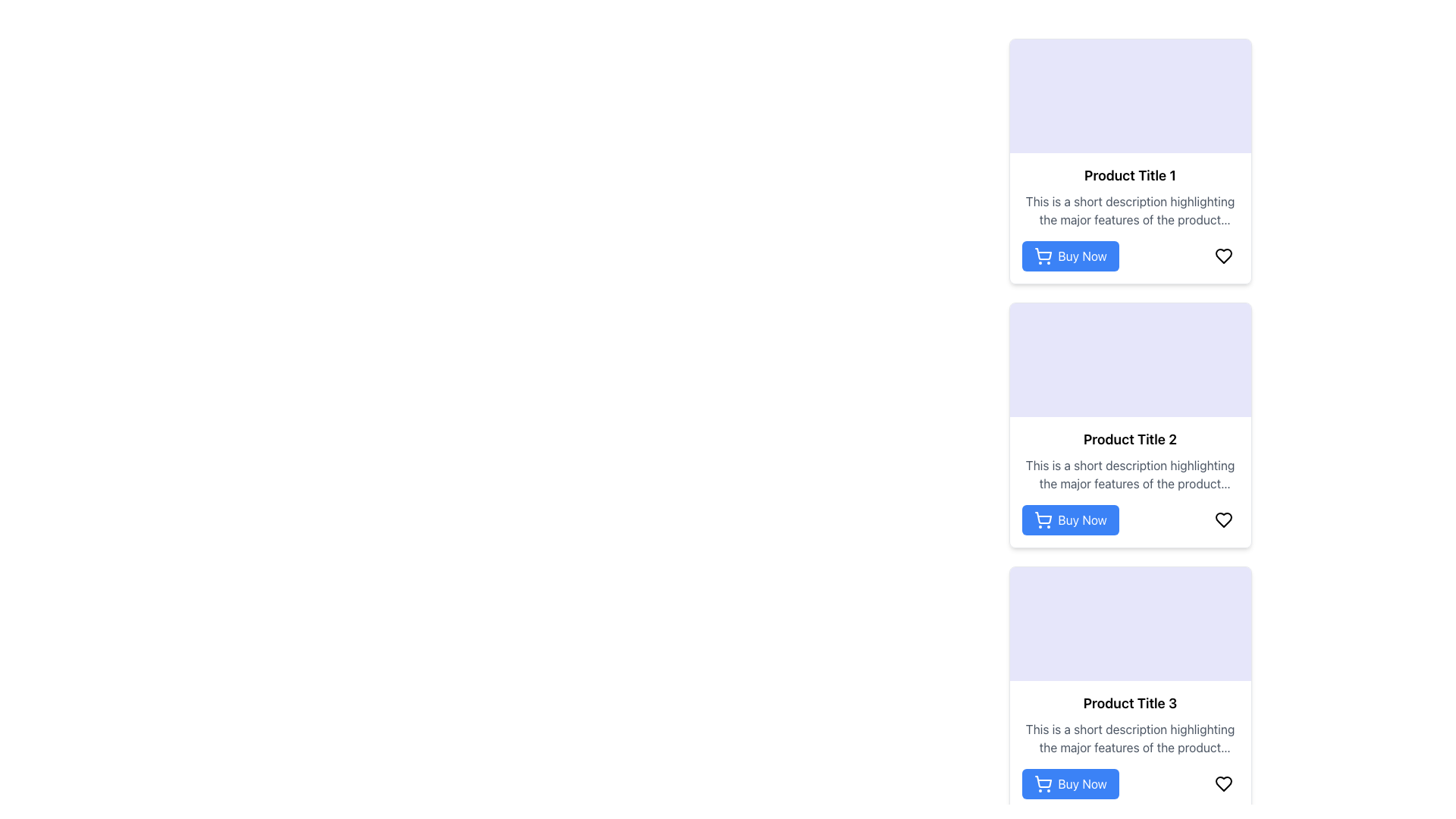 The height and width of the screenshot is (819, 1456). Describe the element at coordinates (1223, 783) in the screenshot. I see `the heart-shaped icon button located in the bottom-right corner of the 'Product Title 3' card to mark it as a favorite` at that location.